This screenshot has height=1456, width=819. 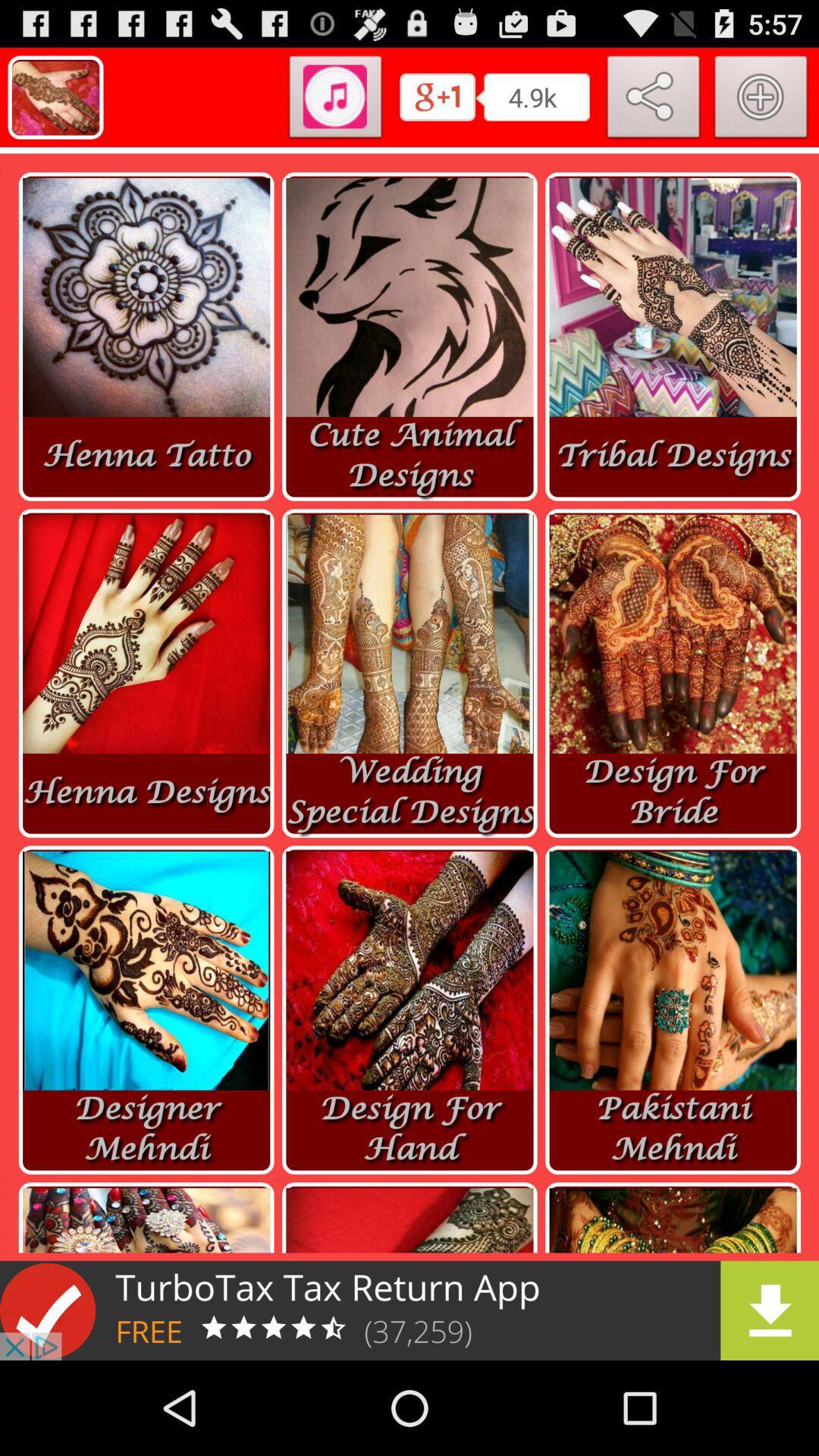 What do you see at coordinates (334, 106) in the screenshot?
I see `the music icon` at bounding box center [334, 106].